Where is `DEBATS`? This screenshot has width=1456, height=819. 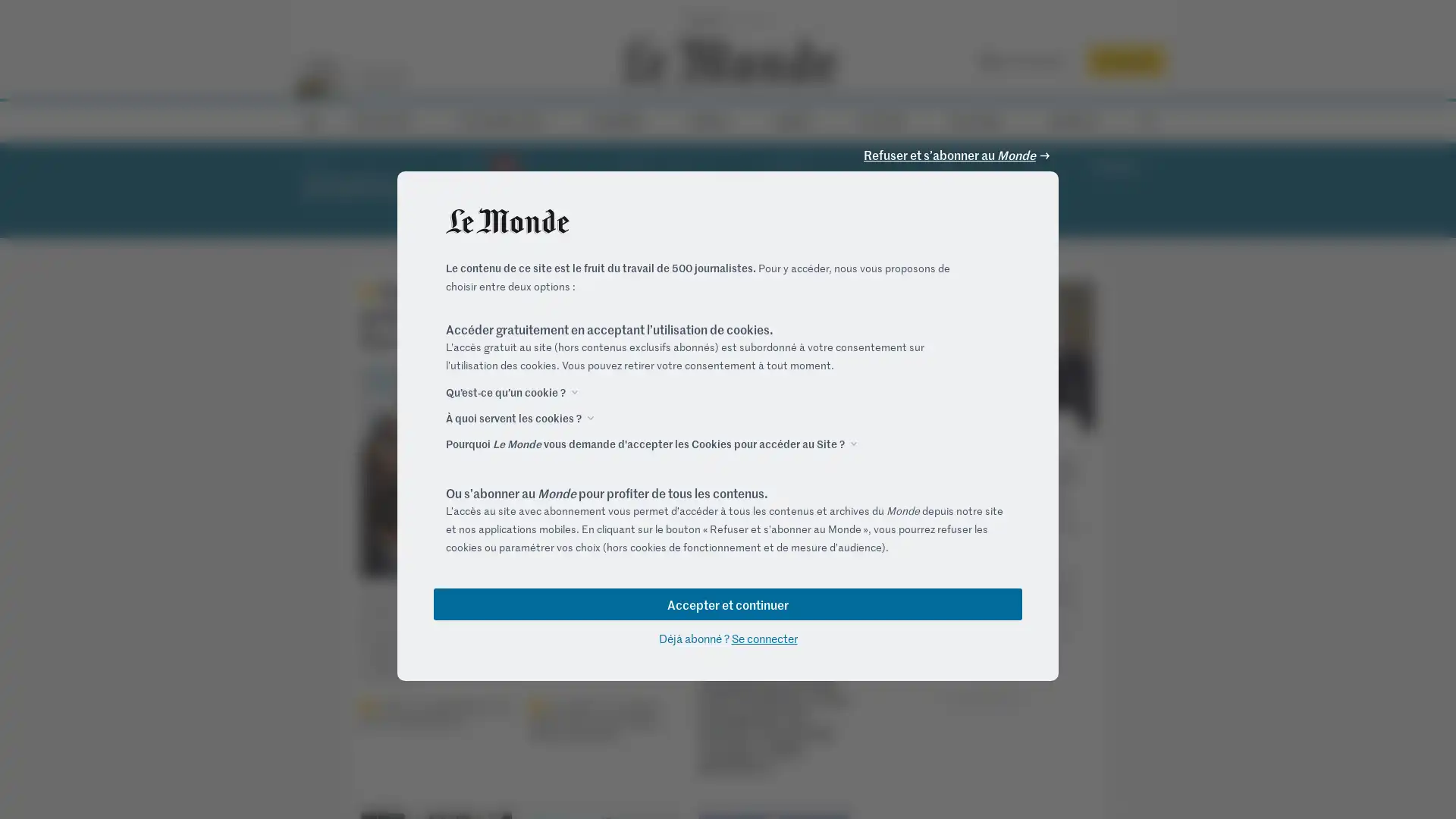
DEBATS is located at coordinates (799, 120).